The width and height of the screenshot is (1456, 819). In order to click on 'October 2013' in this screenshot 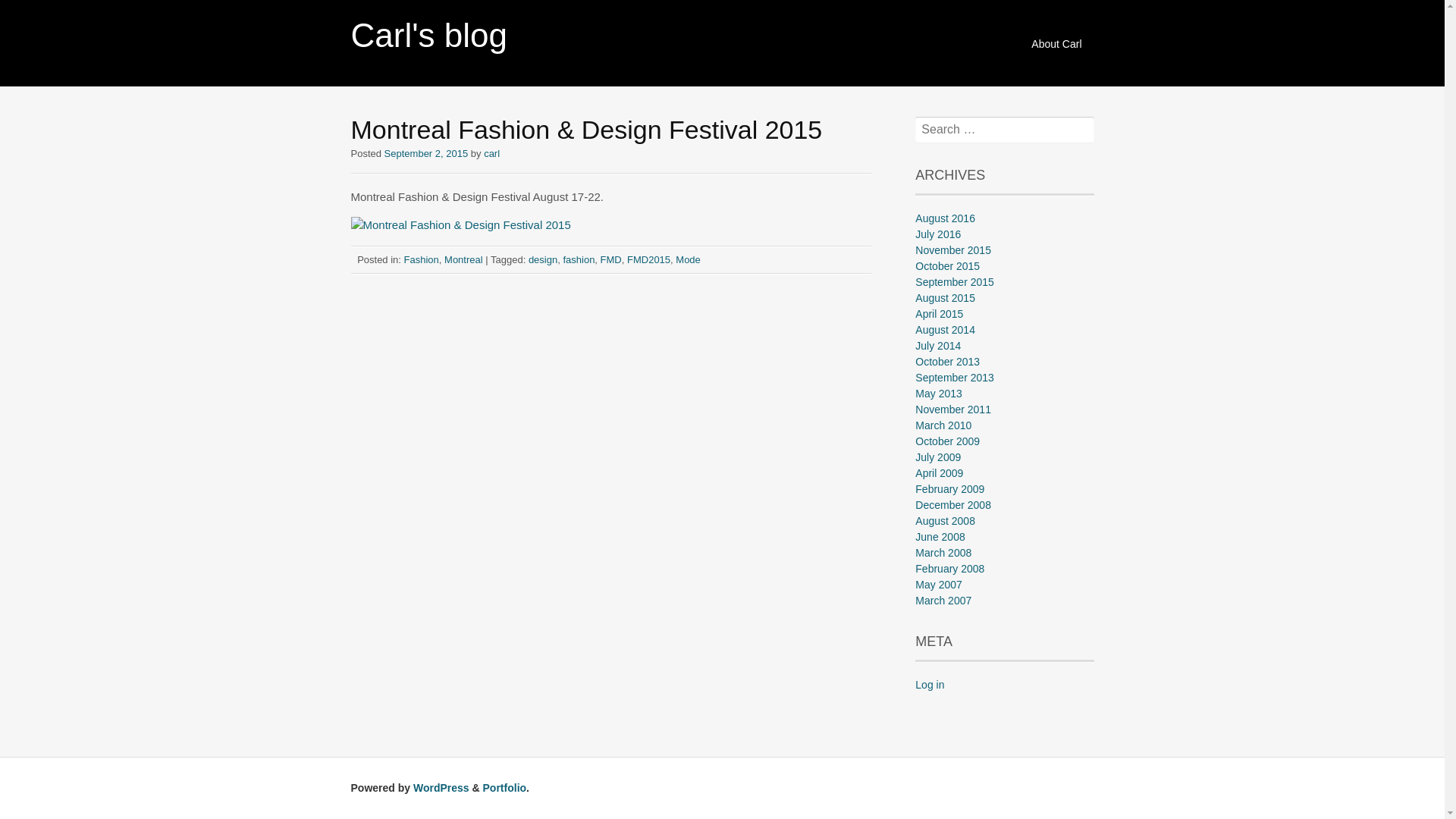, I will do `click(946, 362)`.